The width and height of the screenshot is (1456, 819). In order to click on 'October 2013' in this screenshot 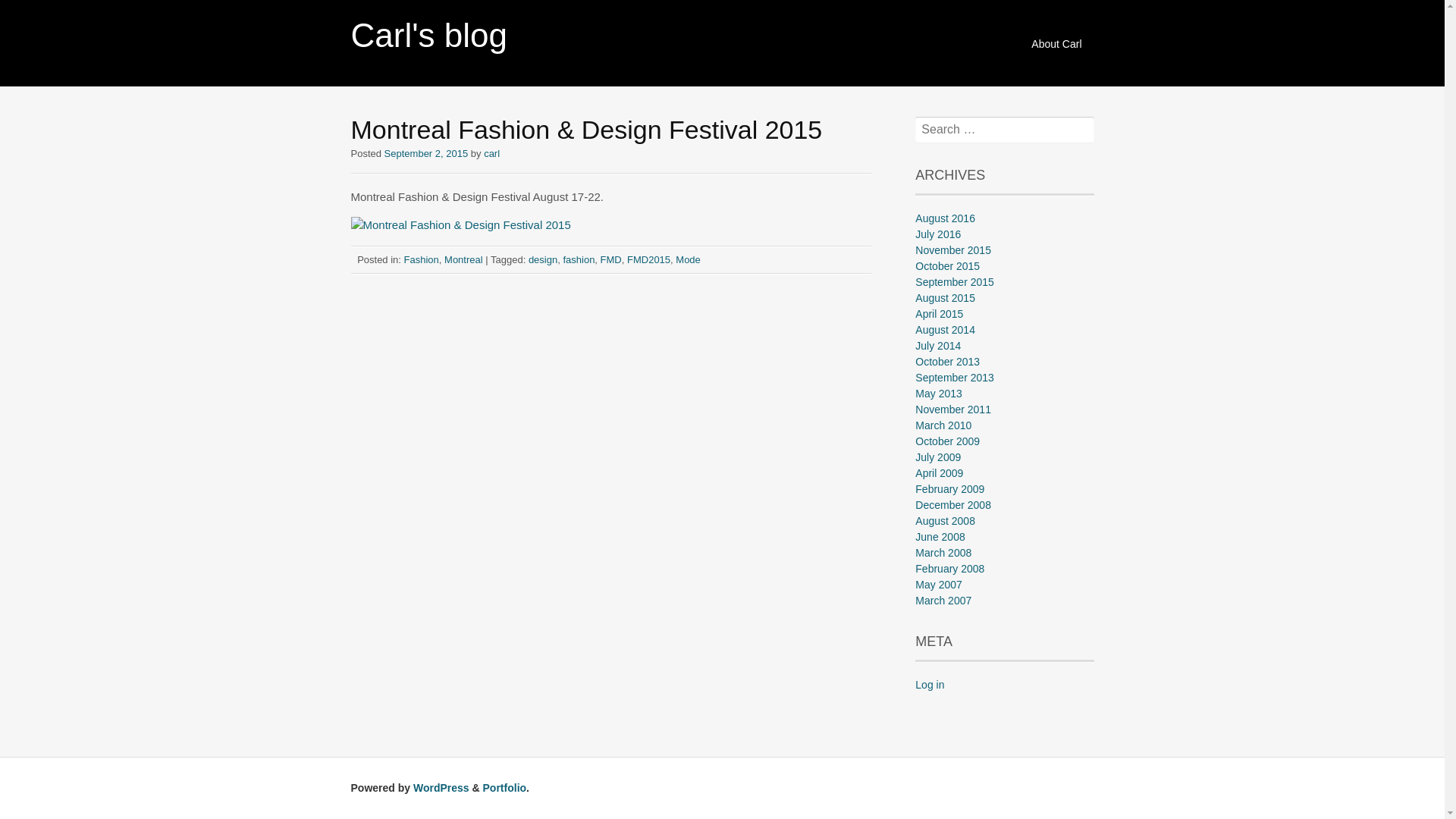, I will do `click(946, 362)`.